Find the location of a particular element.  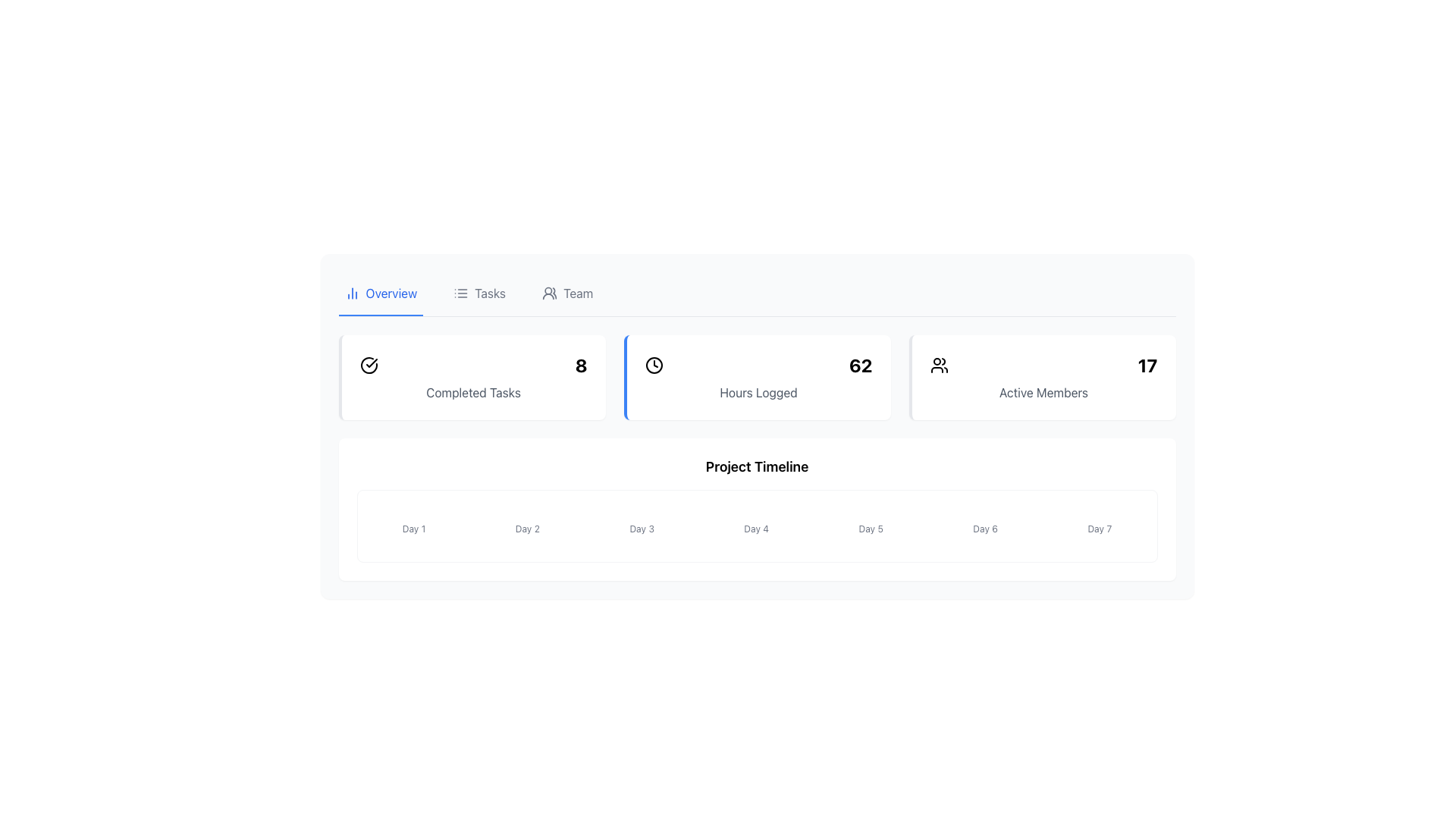

the text label reading 'Day 2', which is styled in a small, faint gray font and located below a vertical rounded bar in the 'Project Timeline' panel is located at coordinates (527, 529).